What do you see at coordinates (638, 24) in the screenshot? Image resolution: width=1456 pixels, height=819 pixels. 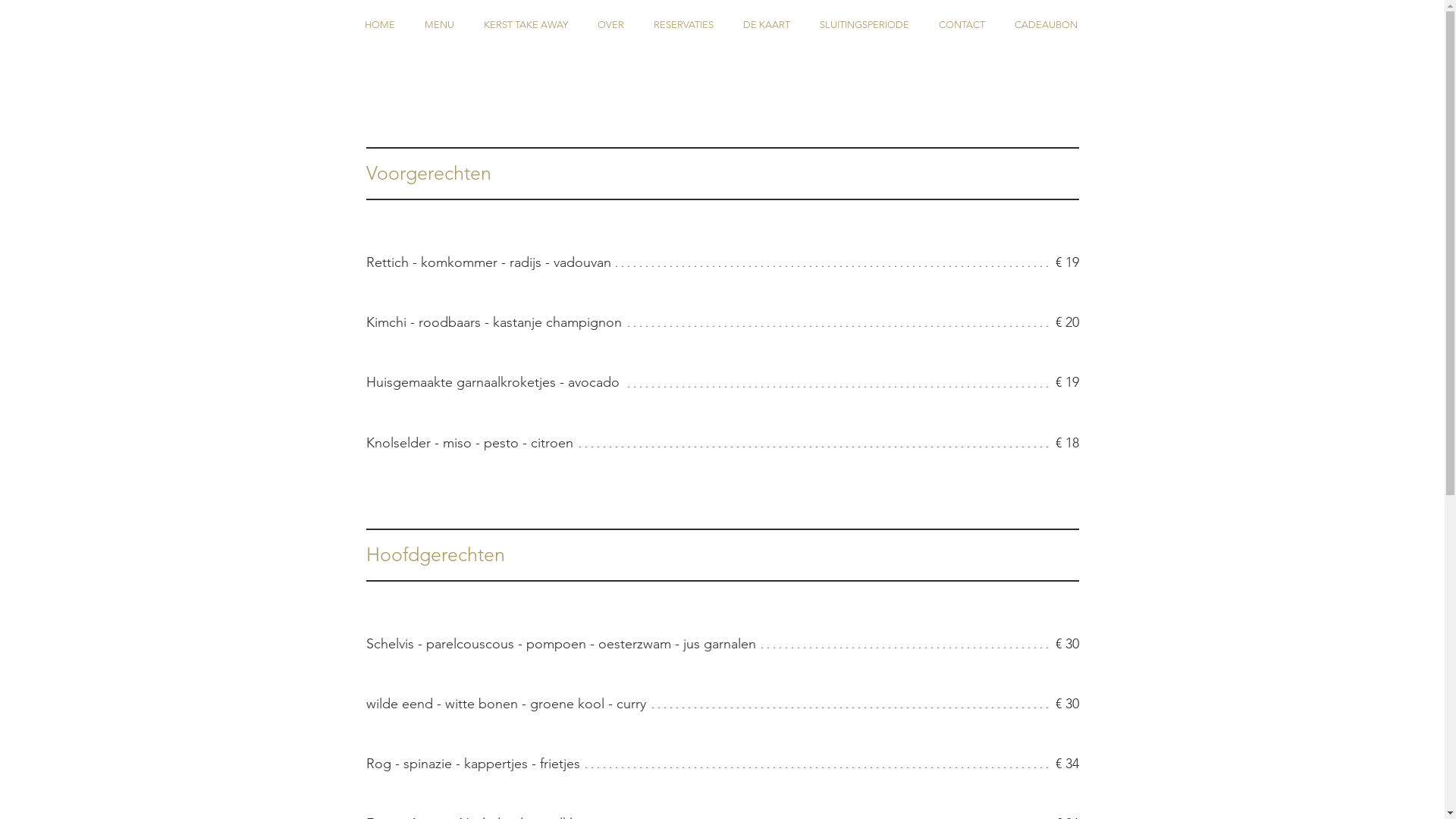 I see `'RESERVATIES'` at bounding box center [638, 24].